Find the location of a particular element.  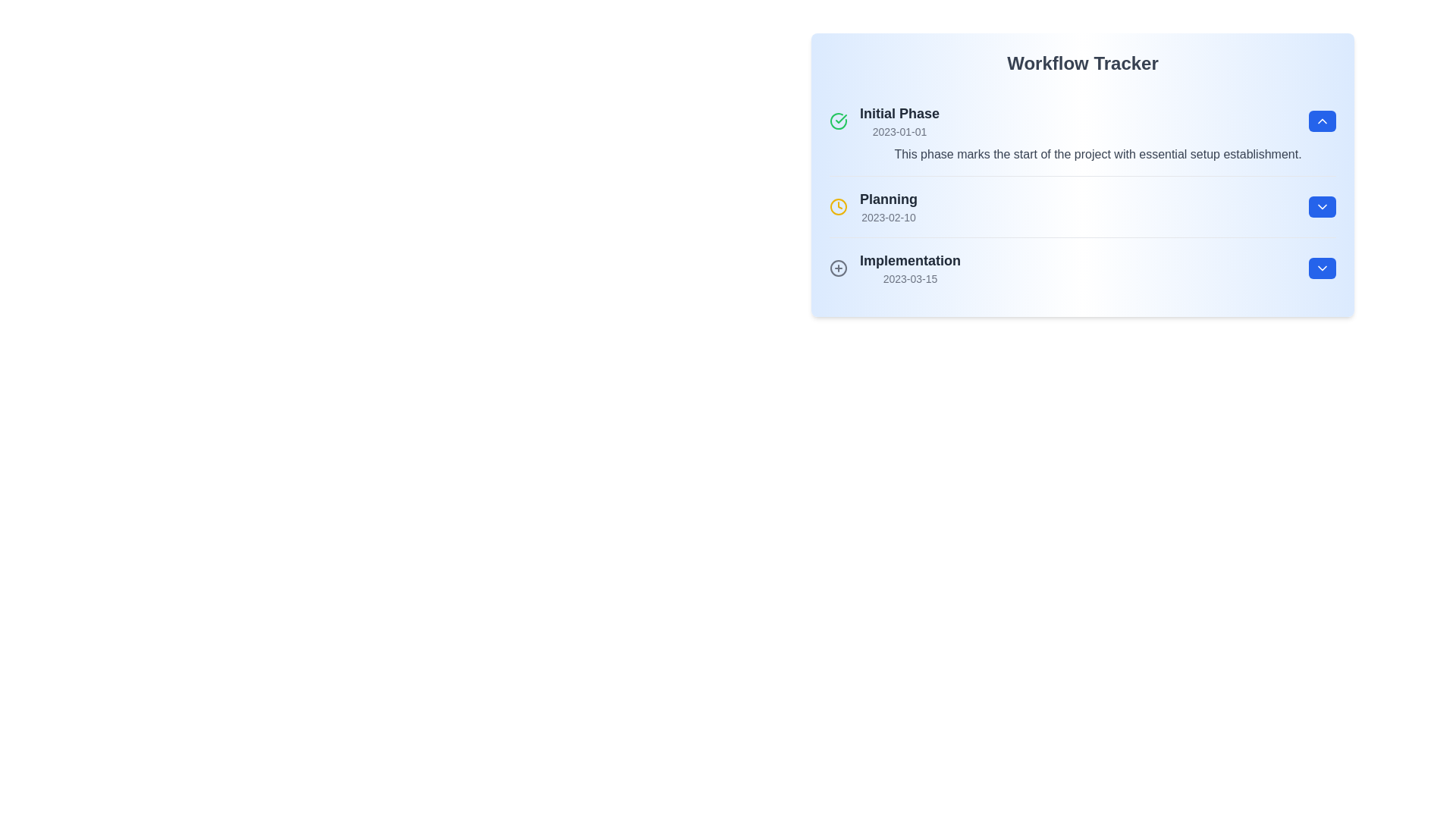

text and date information from the workflow phase labeled 'Planning' with the date '2023-02-10', which is the second item in the list of workflow phases in the 'Workflow Tracker' interface is located at coordinates (874, 207).